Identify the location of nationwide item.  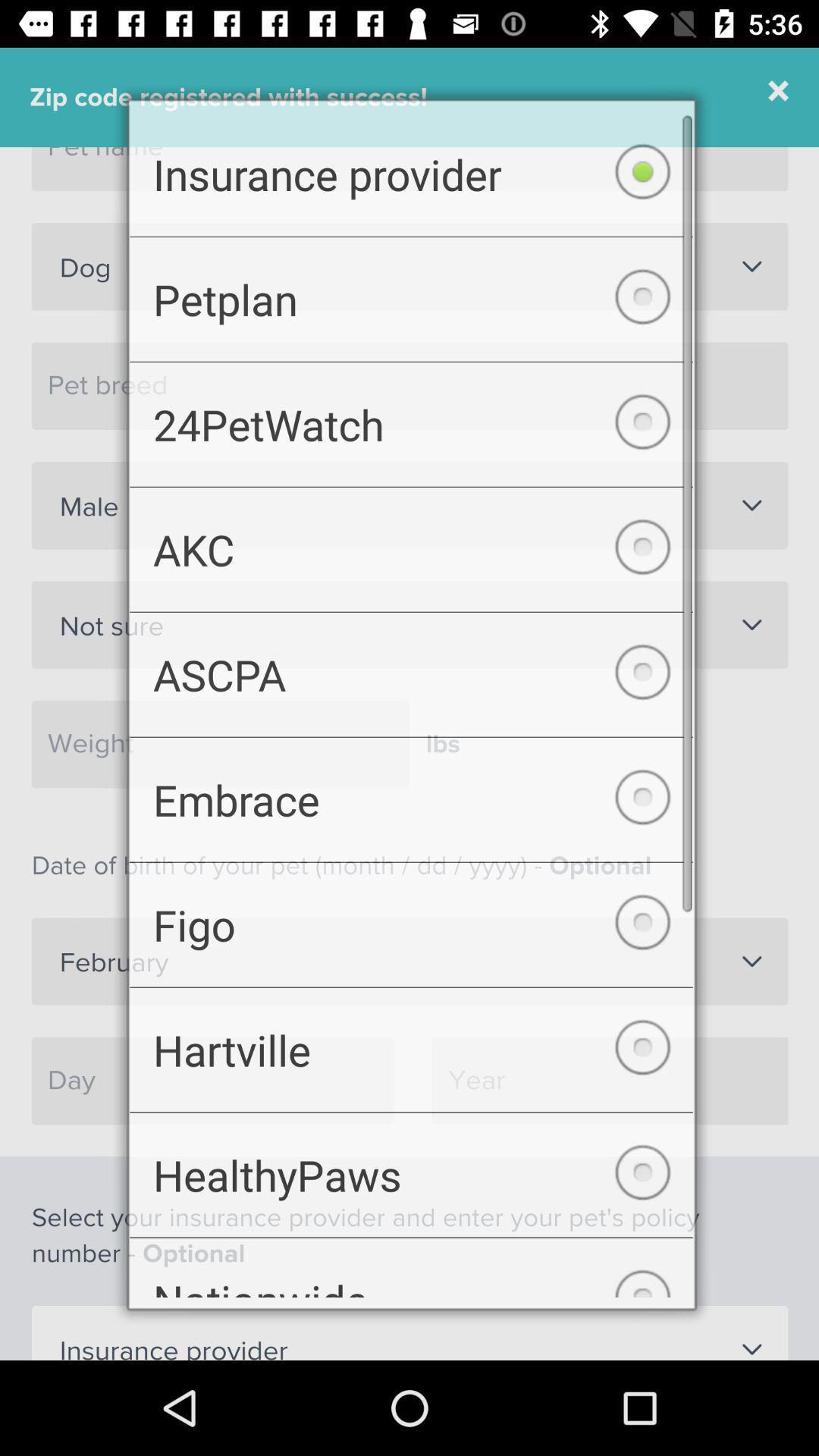
(411, 1282).